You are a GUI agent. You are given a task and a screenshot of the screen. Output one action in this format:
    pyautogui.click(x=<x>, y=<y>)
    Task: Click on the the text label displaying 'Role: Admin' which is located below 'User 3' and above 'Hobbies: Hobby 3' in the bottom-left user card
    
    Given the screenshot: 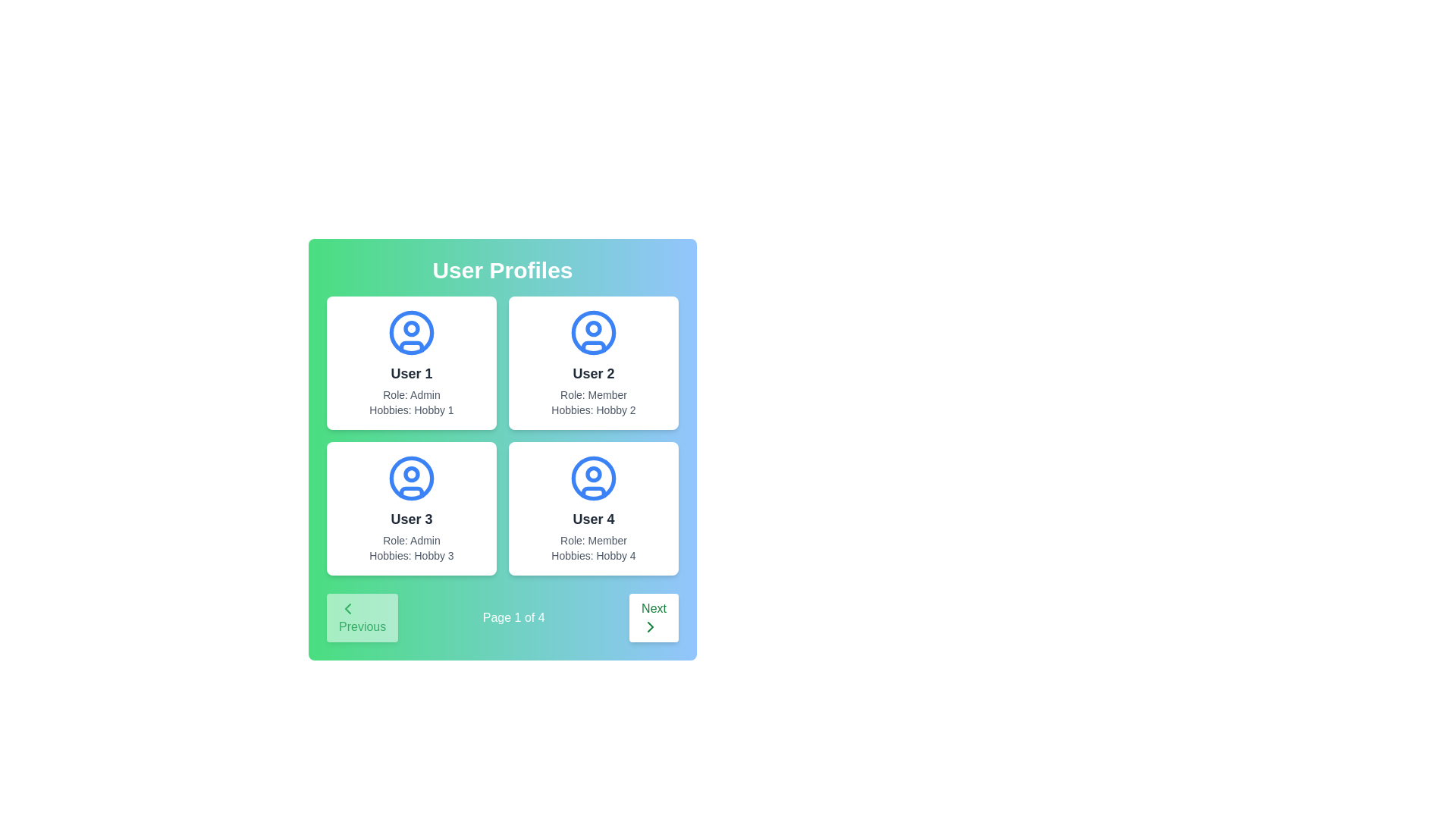 What is the action you would take?
    pyautogui.click(x=411, y=540)
    